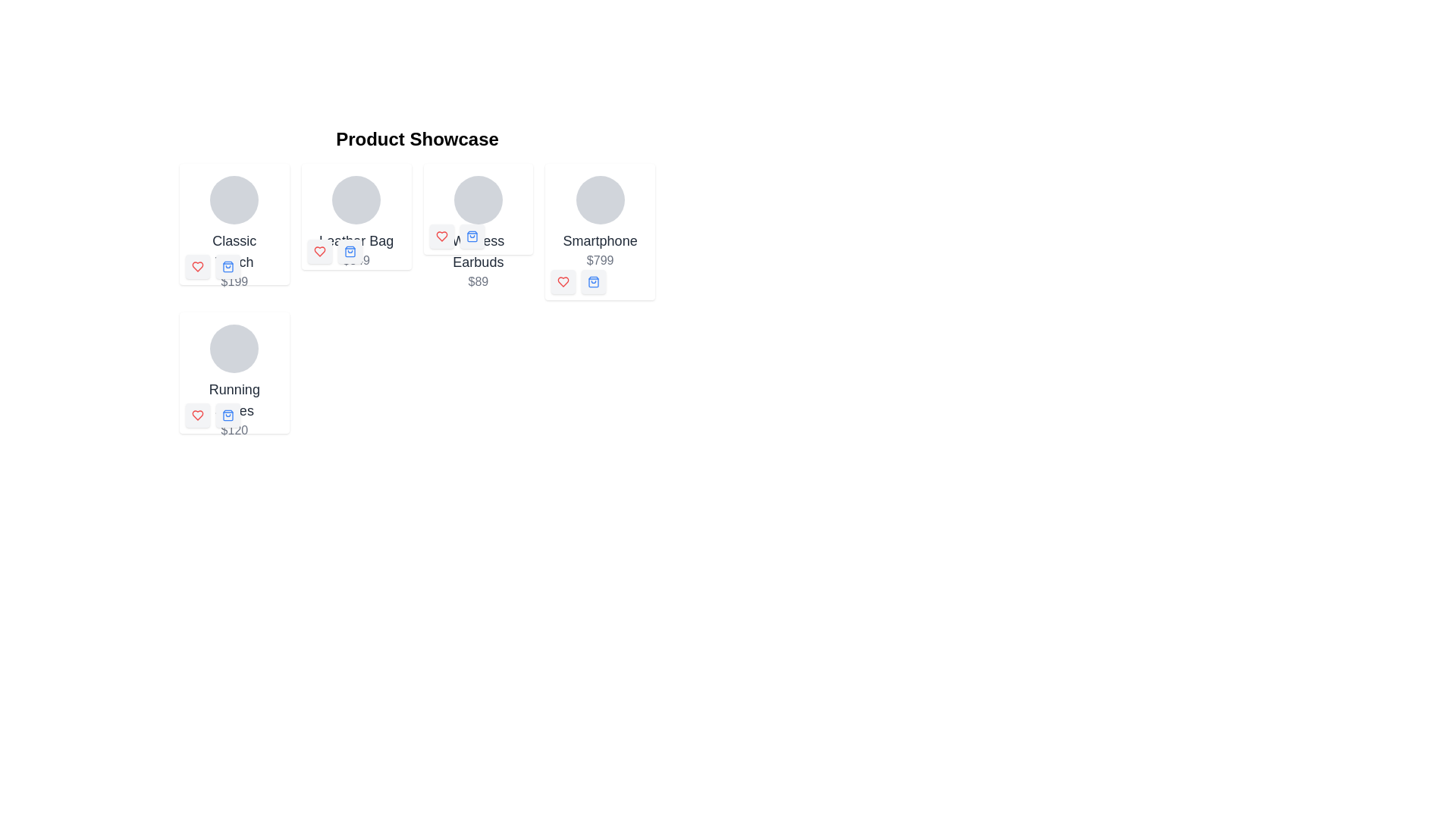 The image size is (1456, 819). I want to click on the 'Favorite' button with a red heart icon located in the bottom-left corner of the product card for the 'Smartphone' to favorite or like it, so click(563, 281).